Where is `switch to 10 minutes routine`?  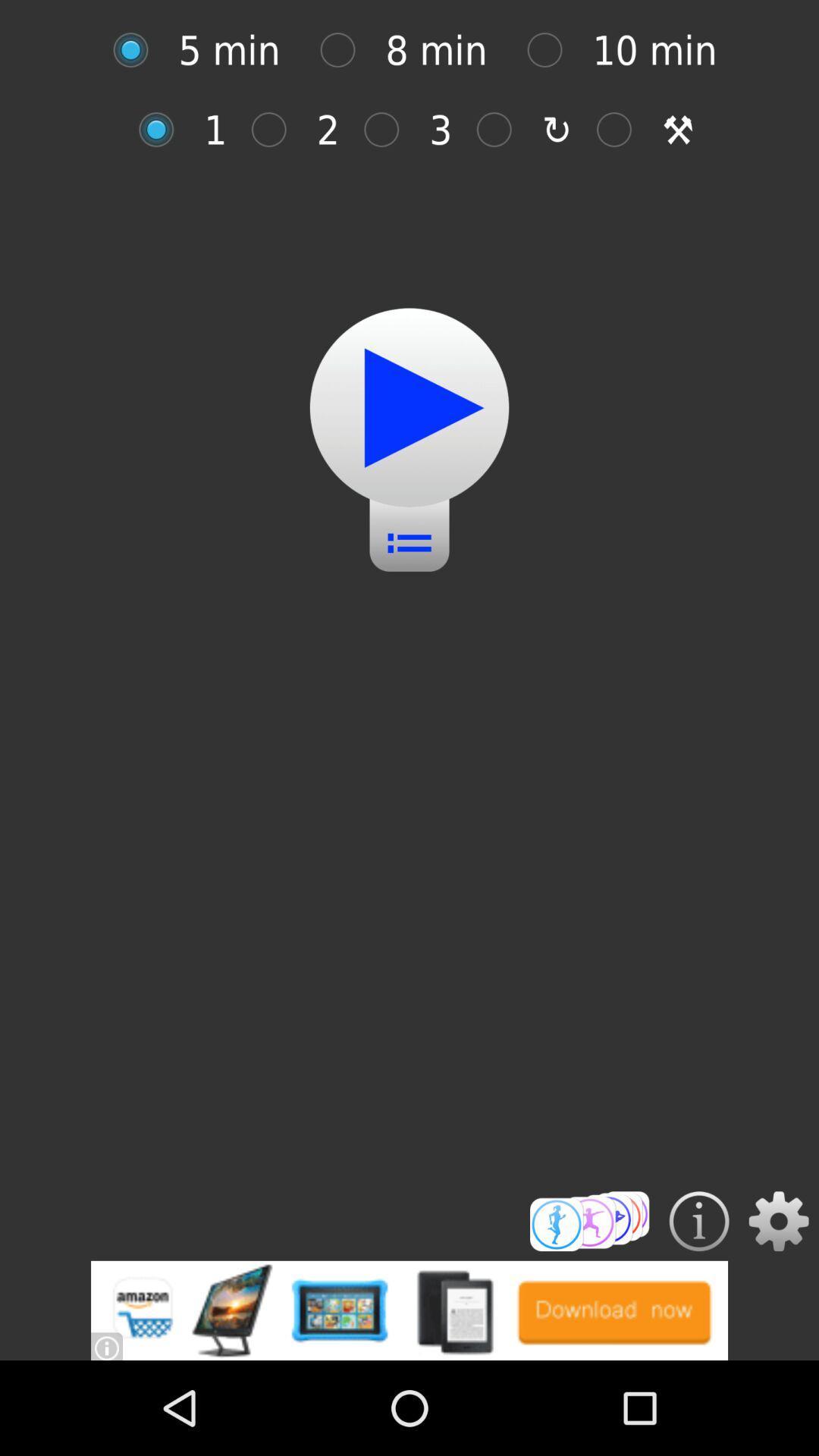 switch to 10 minutes routine is located at coordinates (553, 50).